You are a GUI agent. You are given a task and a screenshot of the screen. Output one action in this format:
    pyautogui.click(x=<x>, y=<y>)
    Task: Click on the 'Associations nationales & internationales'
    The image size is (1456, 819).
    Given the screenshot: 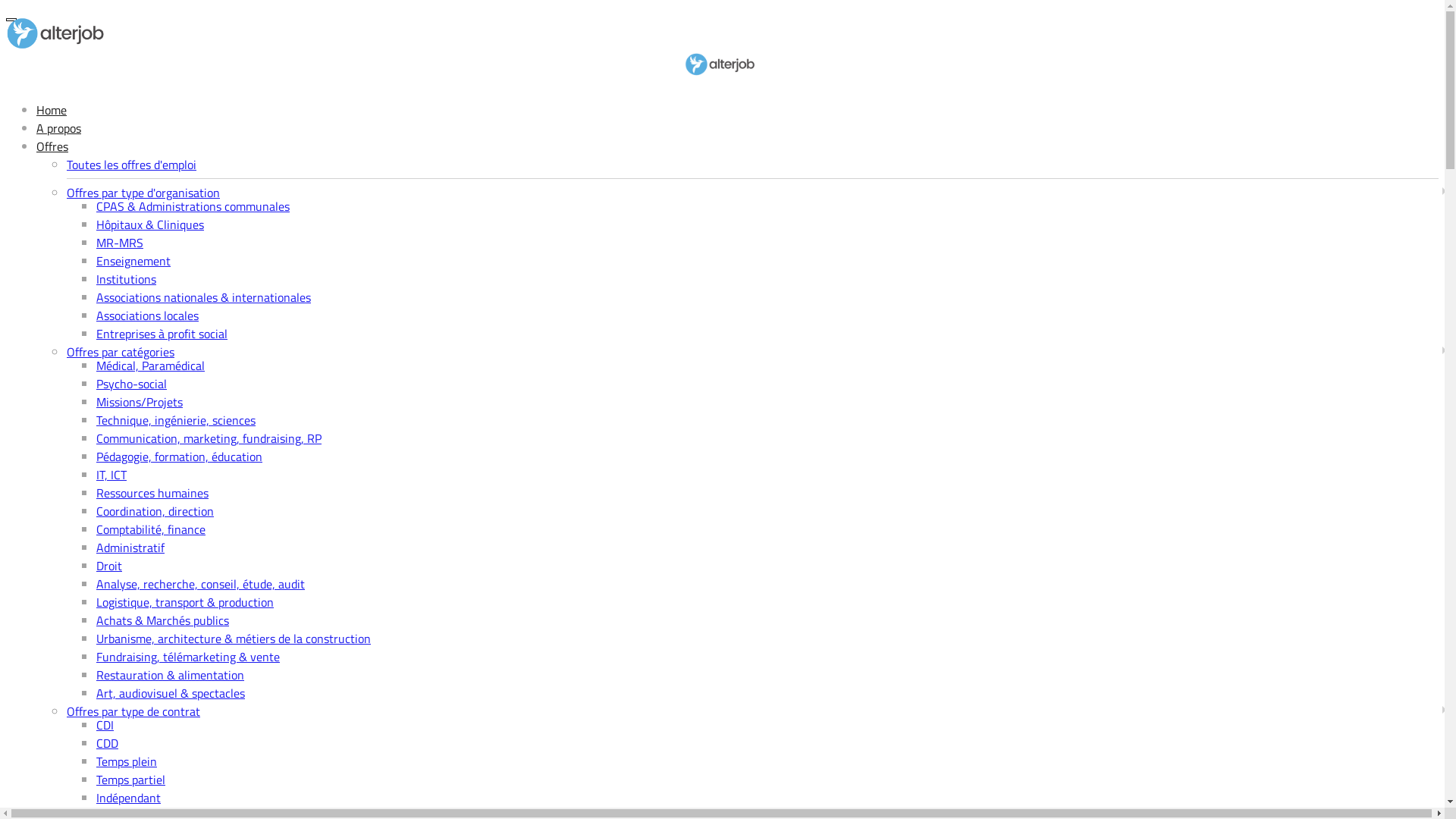 What is the action you would take?
    pyautogui.click(x=202, y=297)
    